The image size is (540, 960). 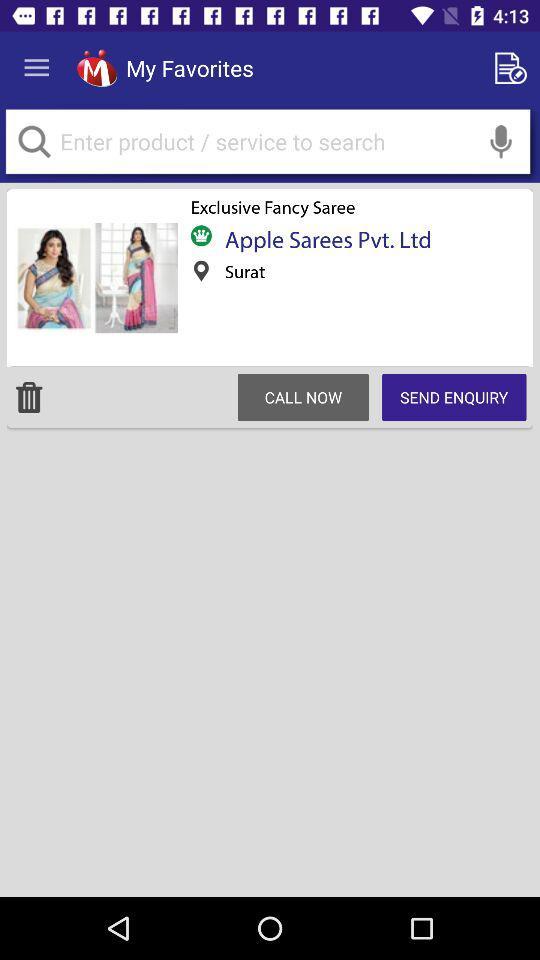 What do you see at coordinates (28, 396) in the screenshot?
I see `icon to the left of call now item` at bounding box center [28, 396].